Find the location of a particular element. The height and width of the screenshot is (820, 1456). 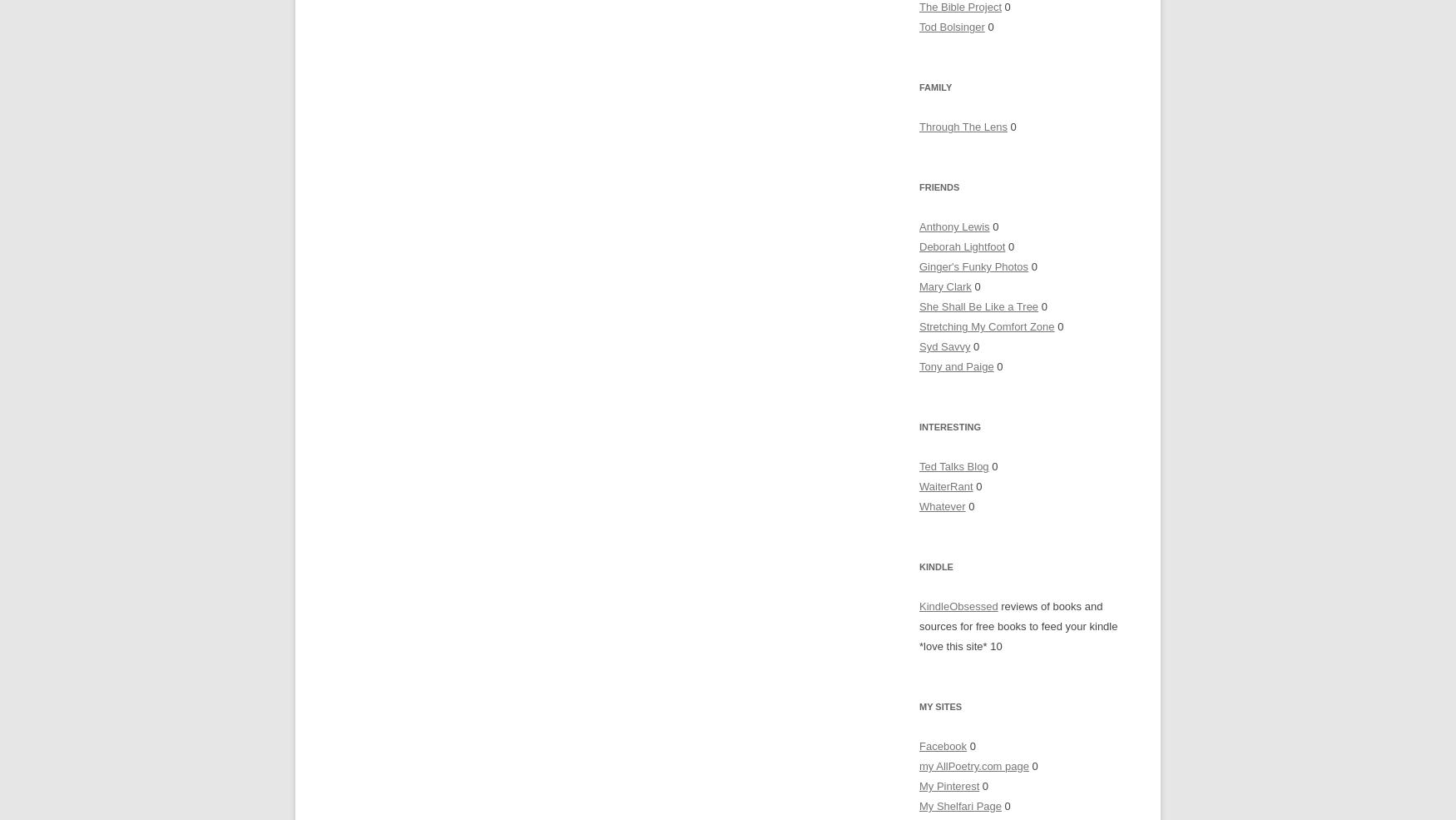

'Stretching My Comfort Zone' is located at coordinates (985, 326).